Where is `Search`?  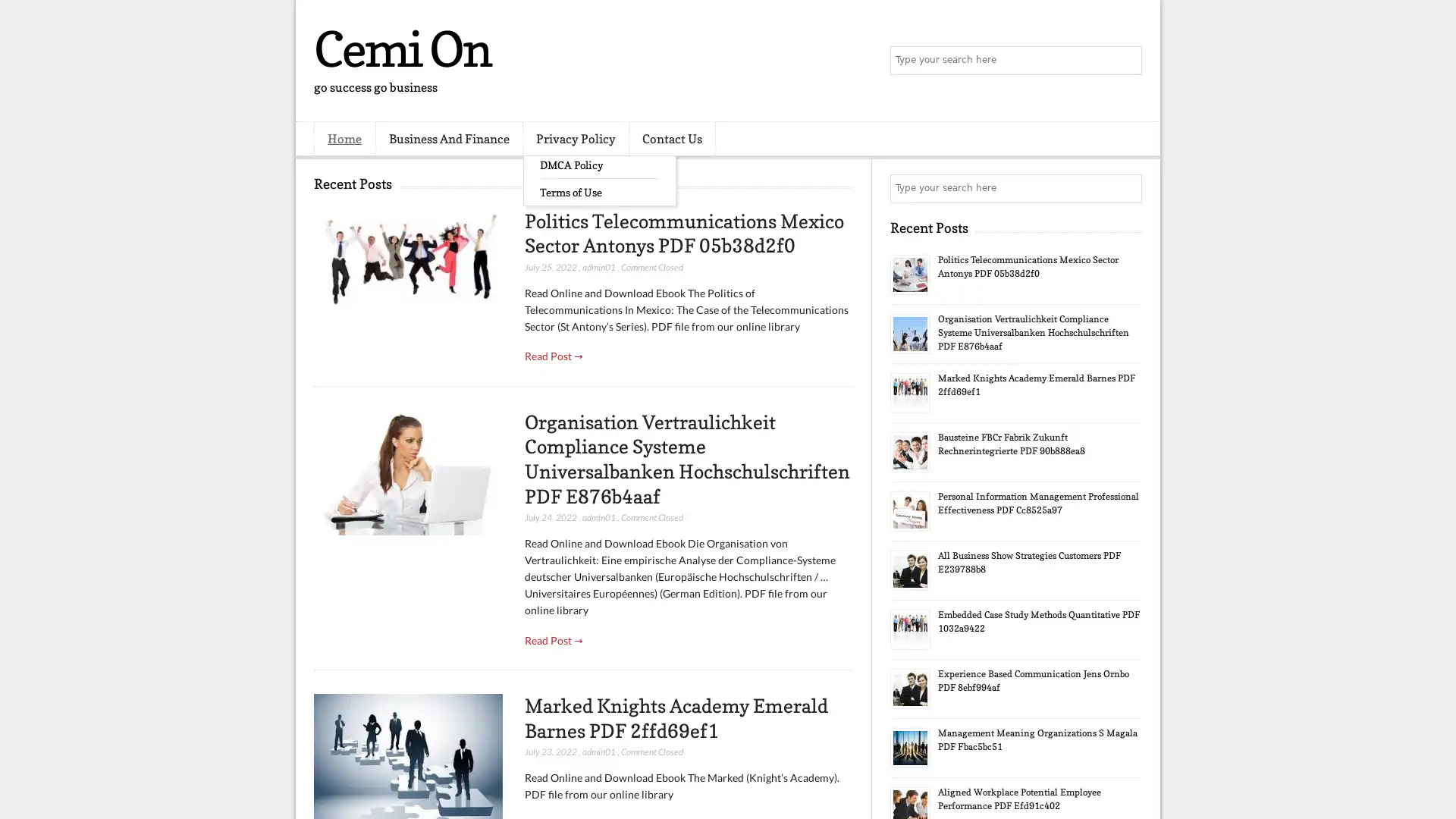
Search is located at coordinates (1126, 188).